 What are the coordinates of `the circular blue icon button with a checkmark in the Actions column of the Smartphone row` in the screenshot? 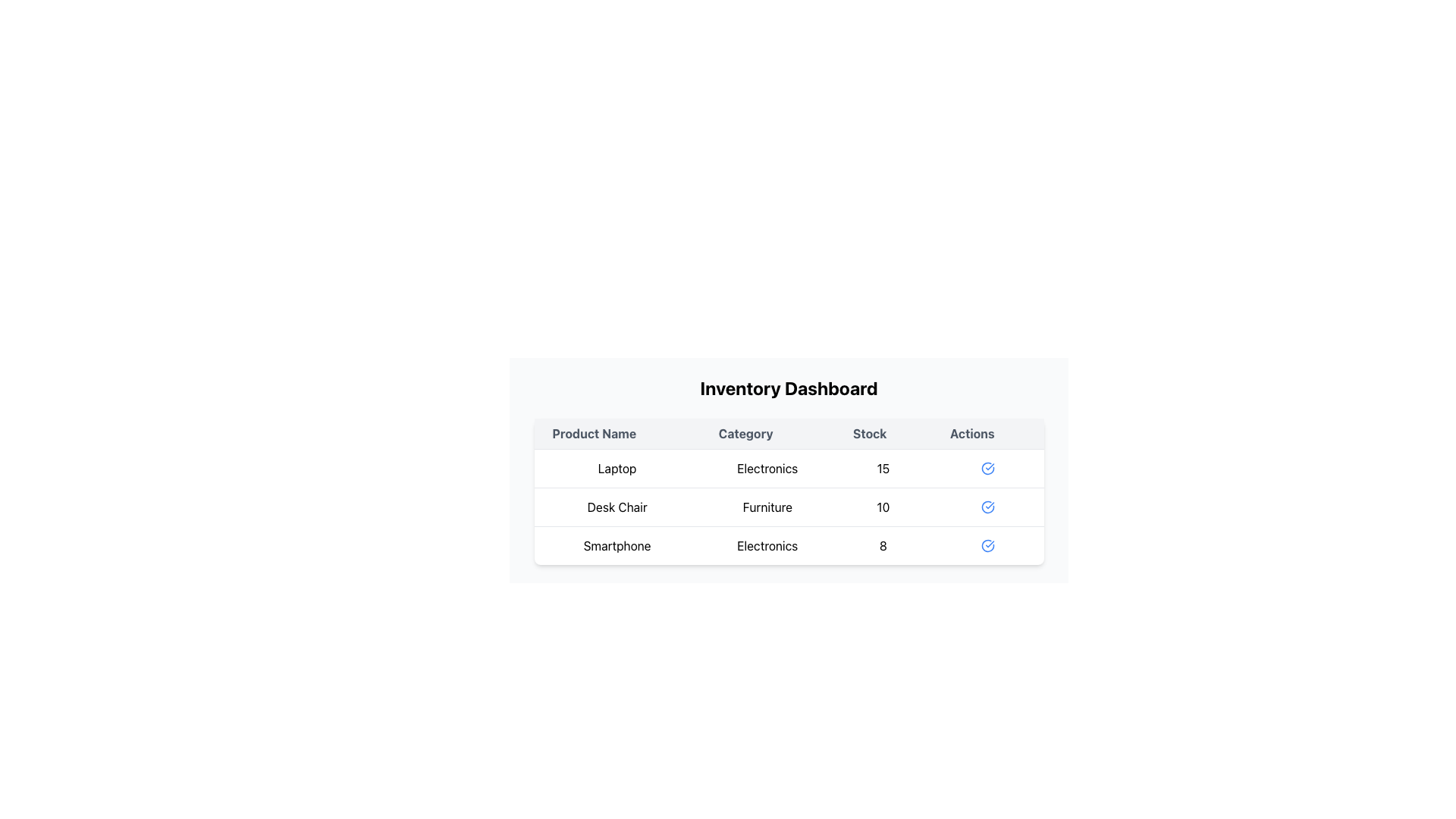 It's located at (987, 544).